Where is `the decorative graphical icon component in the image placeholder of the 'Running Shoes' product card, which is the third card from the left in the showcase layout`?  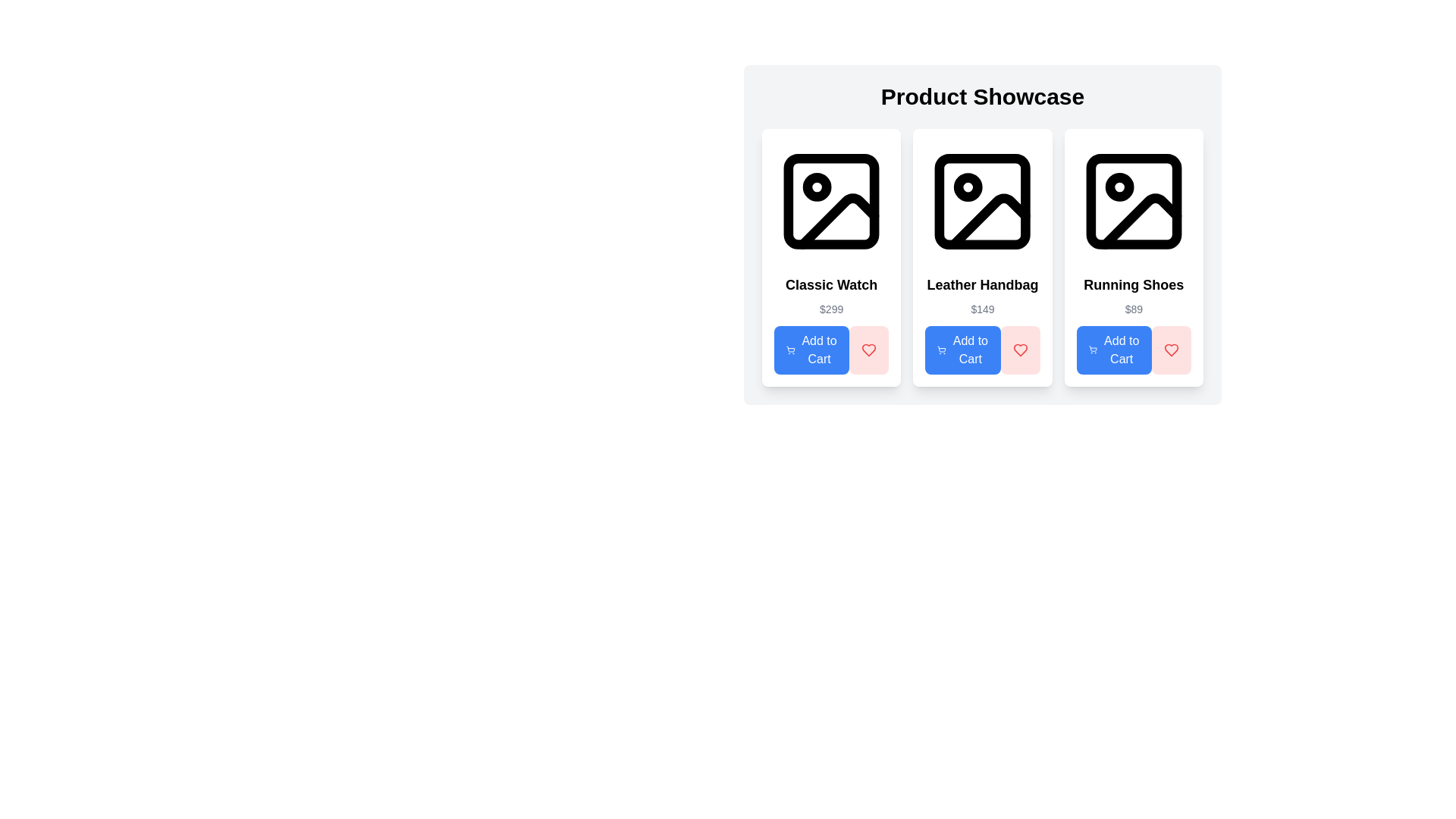
the decorative graphical icon component in the image placeholder of the 'Running Shoes' product card, which is the third card from the left in the showcase layout is located at coordinates (1134, 201).